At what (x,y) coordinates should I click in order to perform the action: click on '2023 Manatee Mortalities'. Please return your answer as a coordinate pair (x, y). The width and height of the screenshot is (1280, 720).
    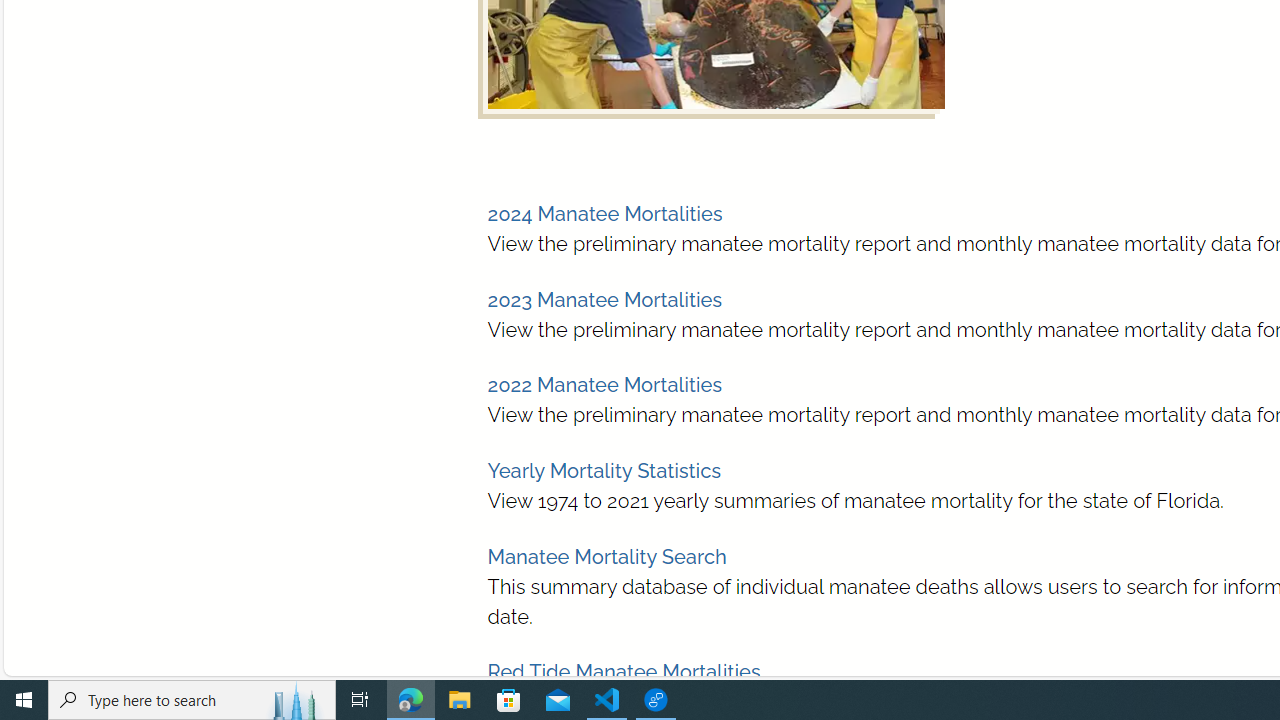
    Looking at the image, I should click on (603, 299).